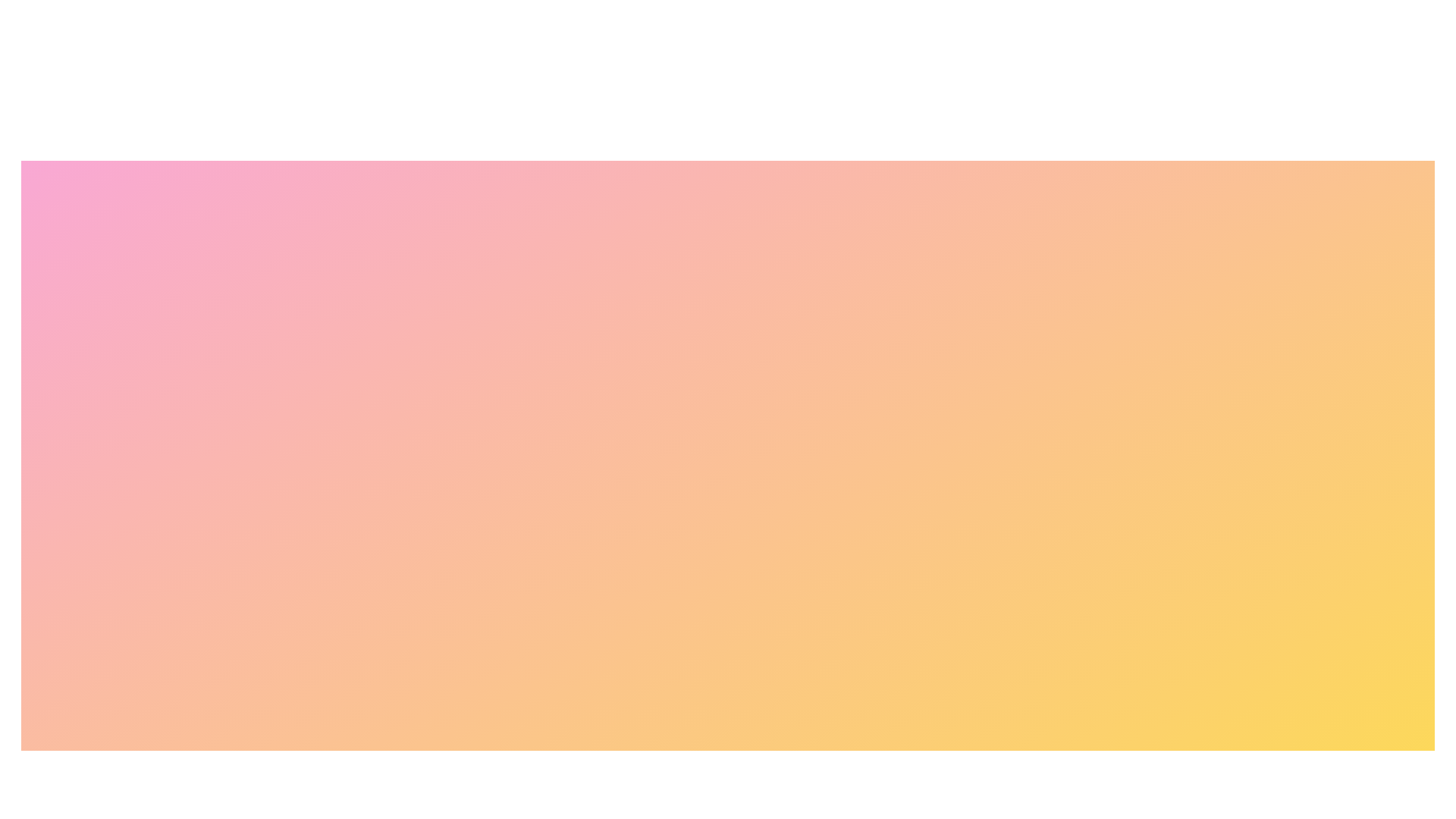 The height and width of the screenshot is (819, 1456). I want to click on the Cart button to perform the corresponding action, so click(1302, 774).